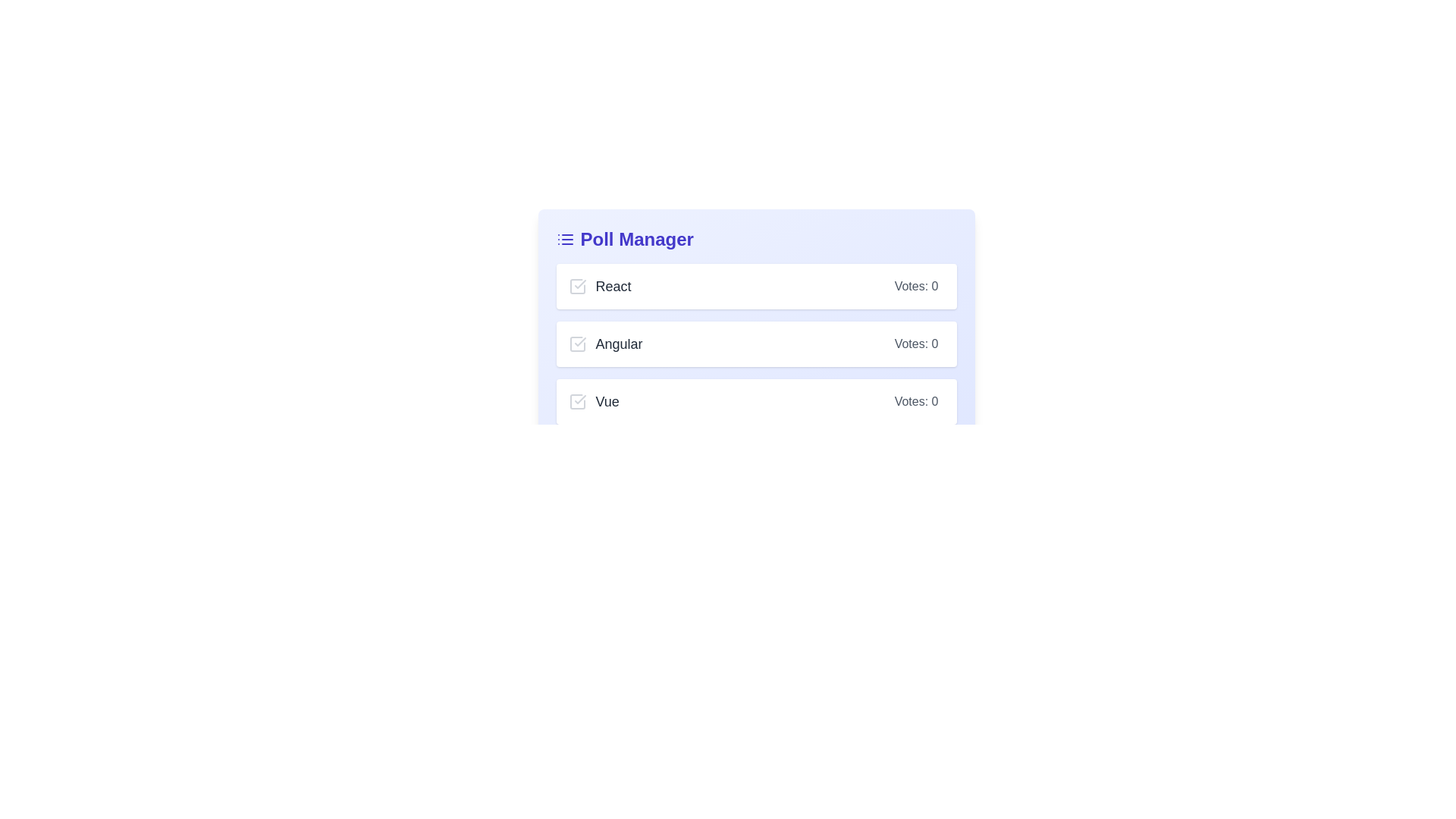 This screenshot has width=1456, height=819. I want to click on the SVG Icon located in the top-left corner of the 'Poll Manager' section, so click(564, 239).